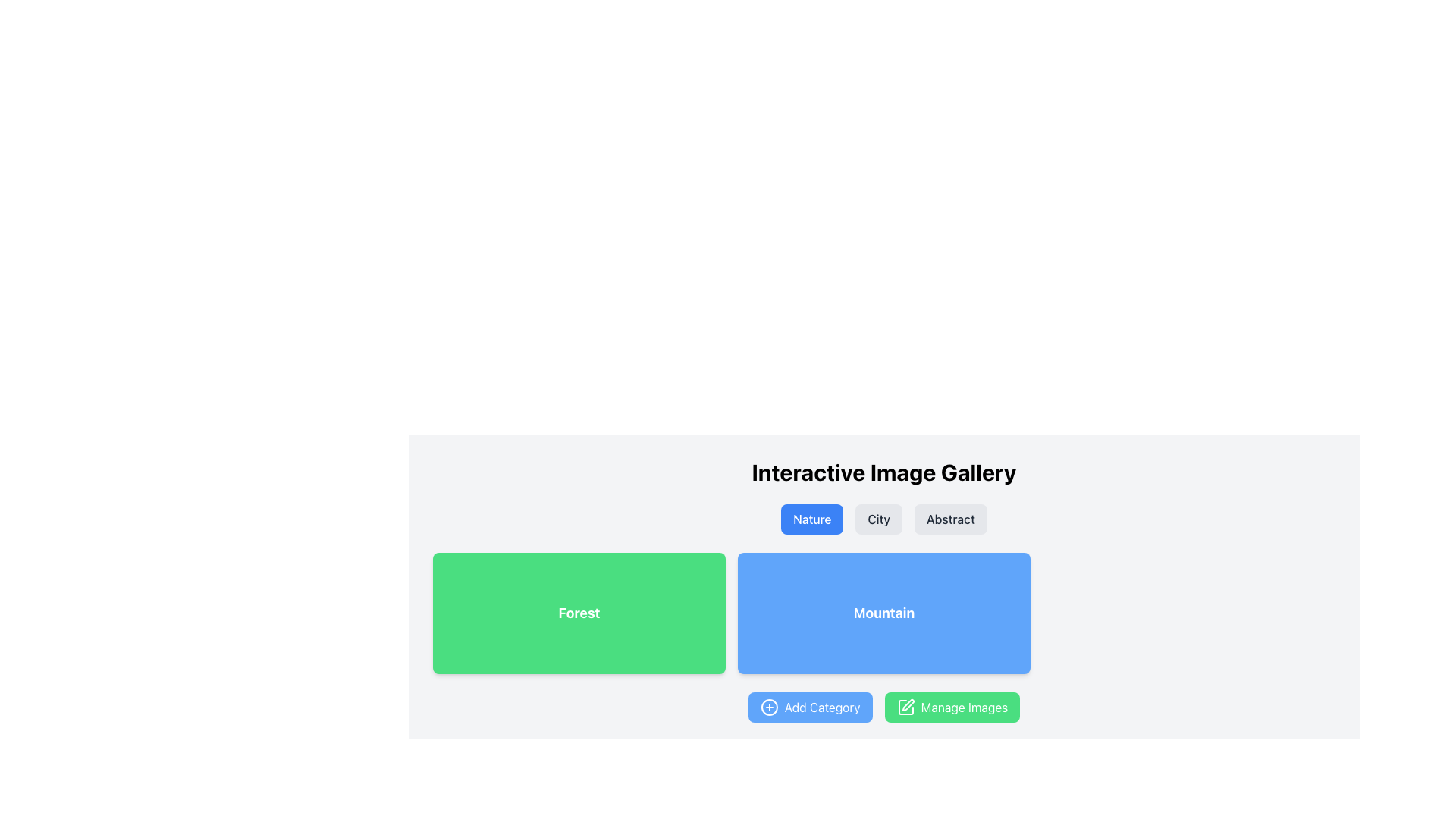 Image resolution: width=1456 pixels, height=819 pixels. What do you see at coordinates (905, 708) in the screenshot?
I see `the pencil icon located inside the green button labeled 'Manage Images' to initiate its action` at bounding box center [905, 708].